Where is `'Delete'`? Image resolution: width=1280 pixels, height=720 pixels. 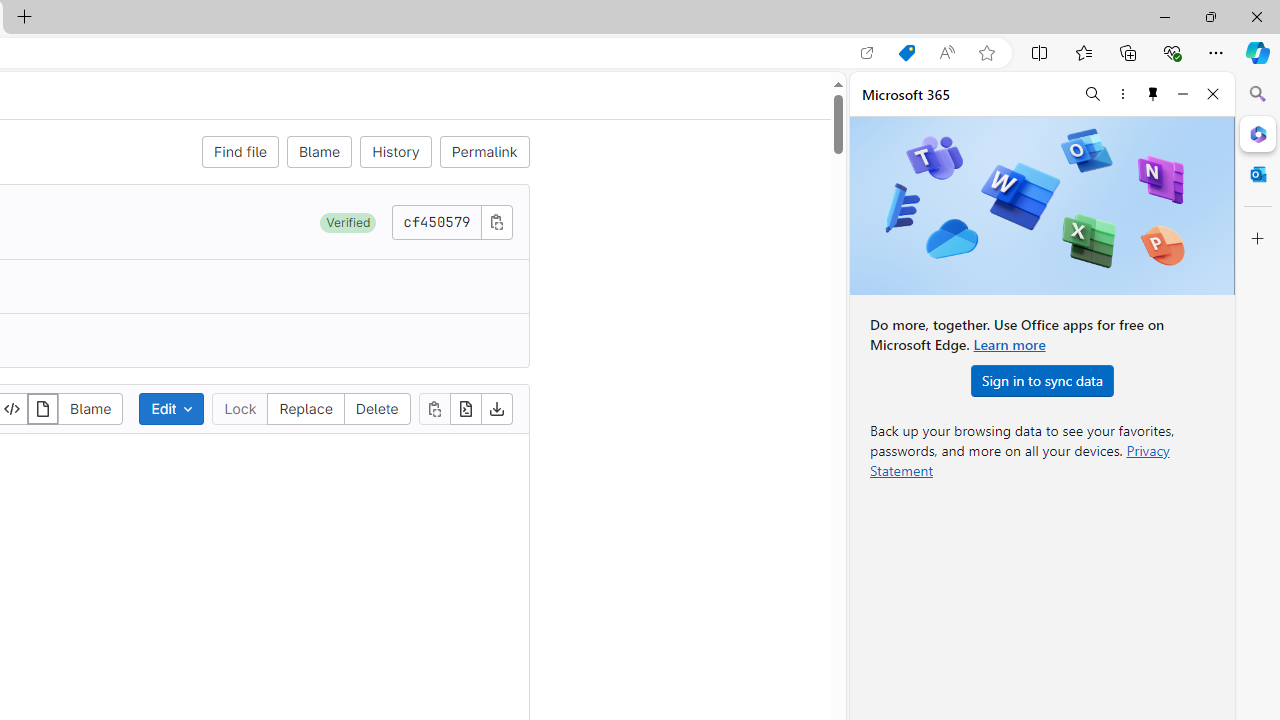
'Delete' is located at coordinates (376, 407).